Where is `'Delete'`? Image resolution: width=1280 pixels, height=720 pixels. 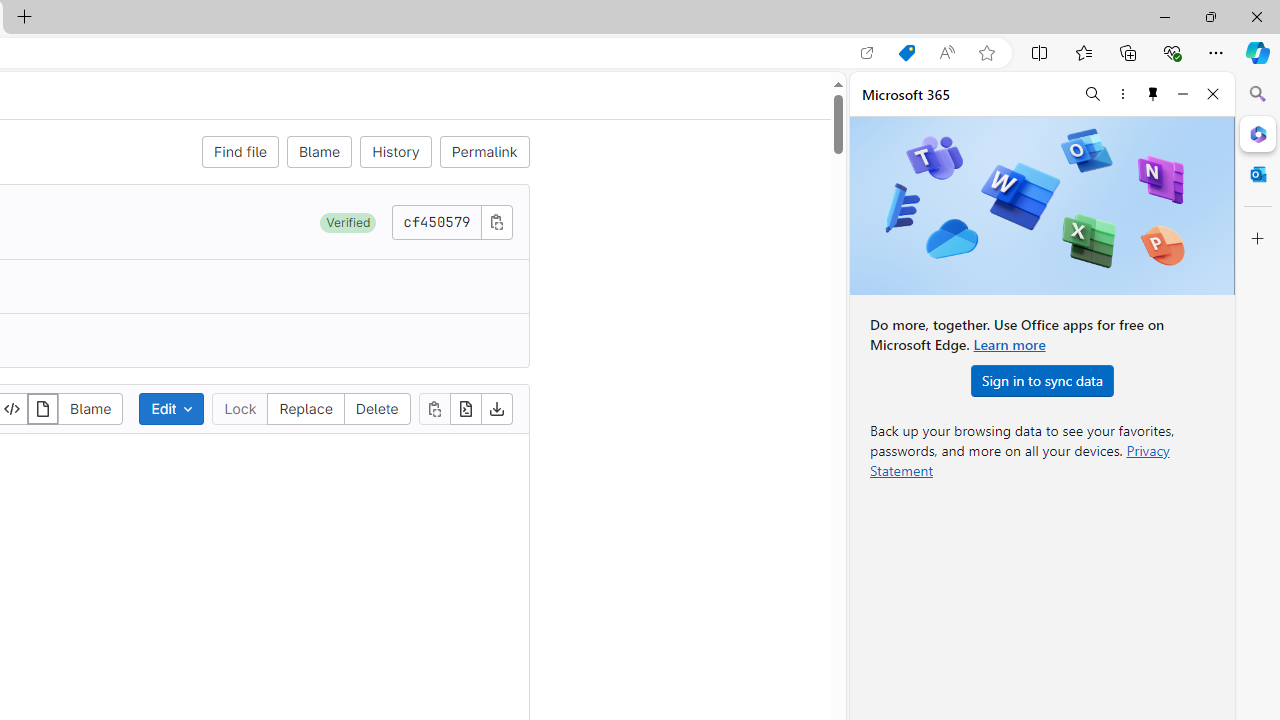
'Delete' is located at coordinates (376, 407).